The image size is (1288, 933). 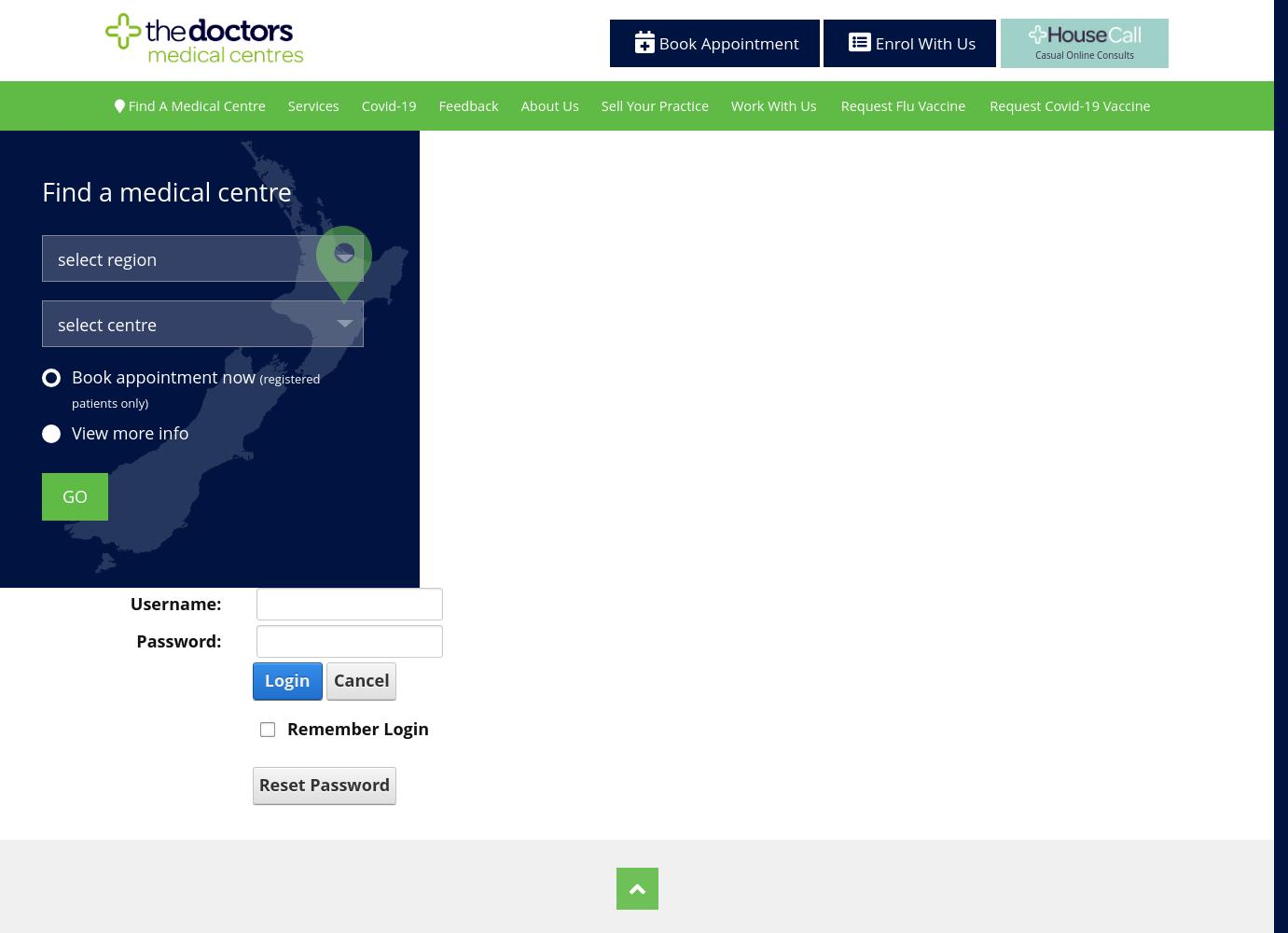 What do you see at coordinates (901, 104) in the screenshot?
I see `'Request Flu Vaccine'` at bounding box center [901, 104].